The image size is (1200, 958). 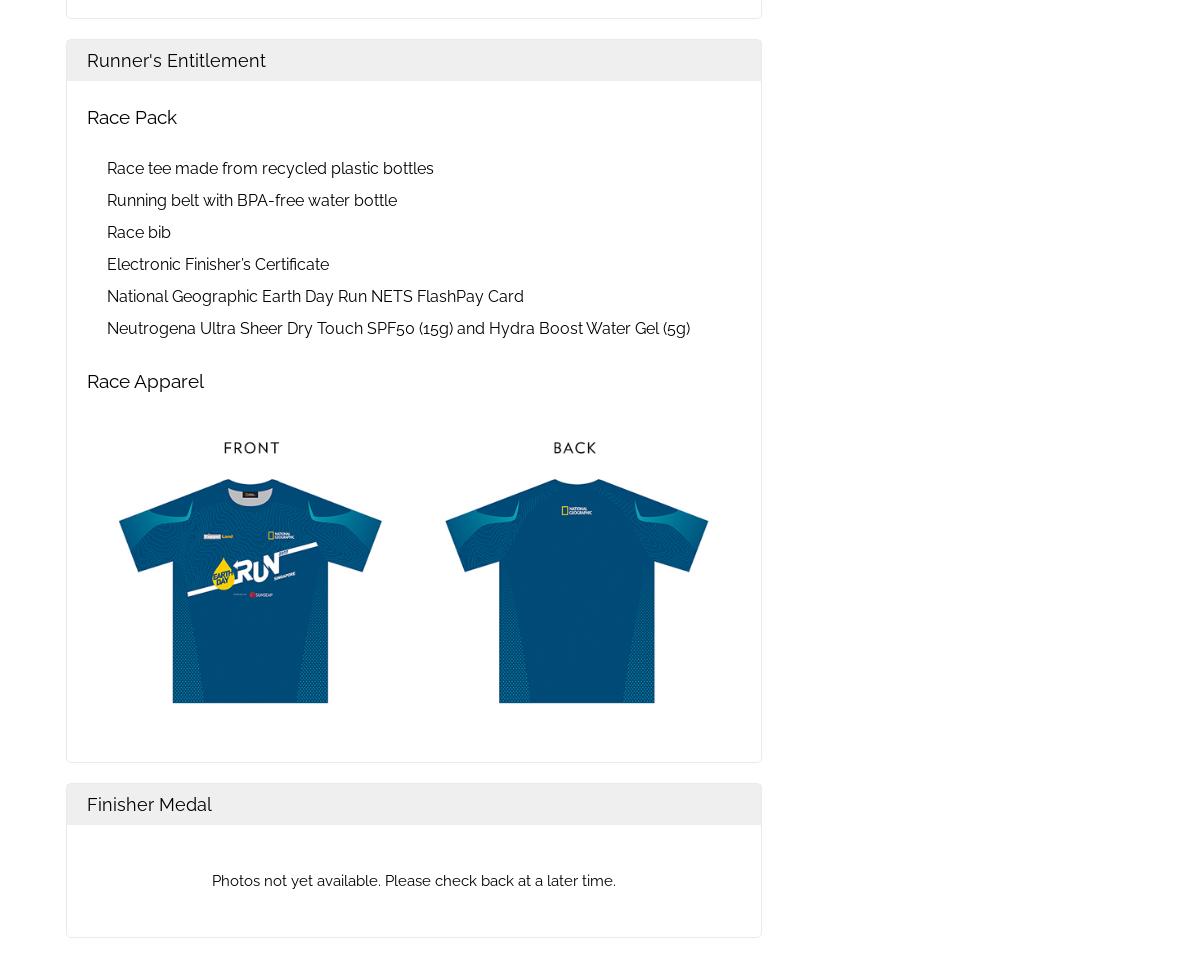 I want to click on 'Race tee made from recycled plastic bottles', so click(x=269, y=167).